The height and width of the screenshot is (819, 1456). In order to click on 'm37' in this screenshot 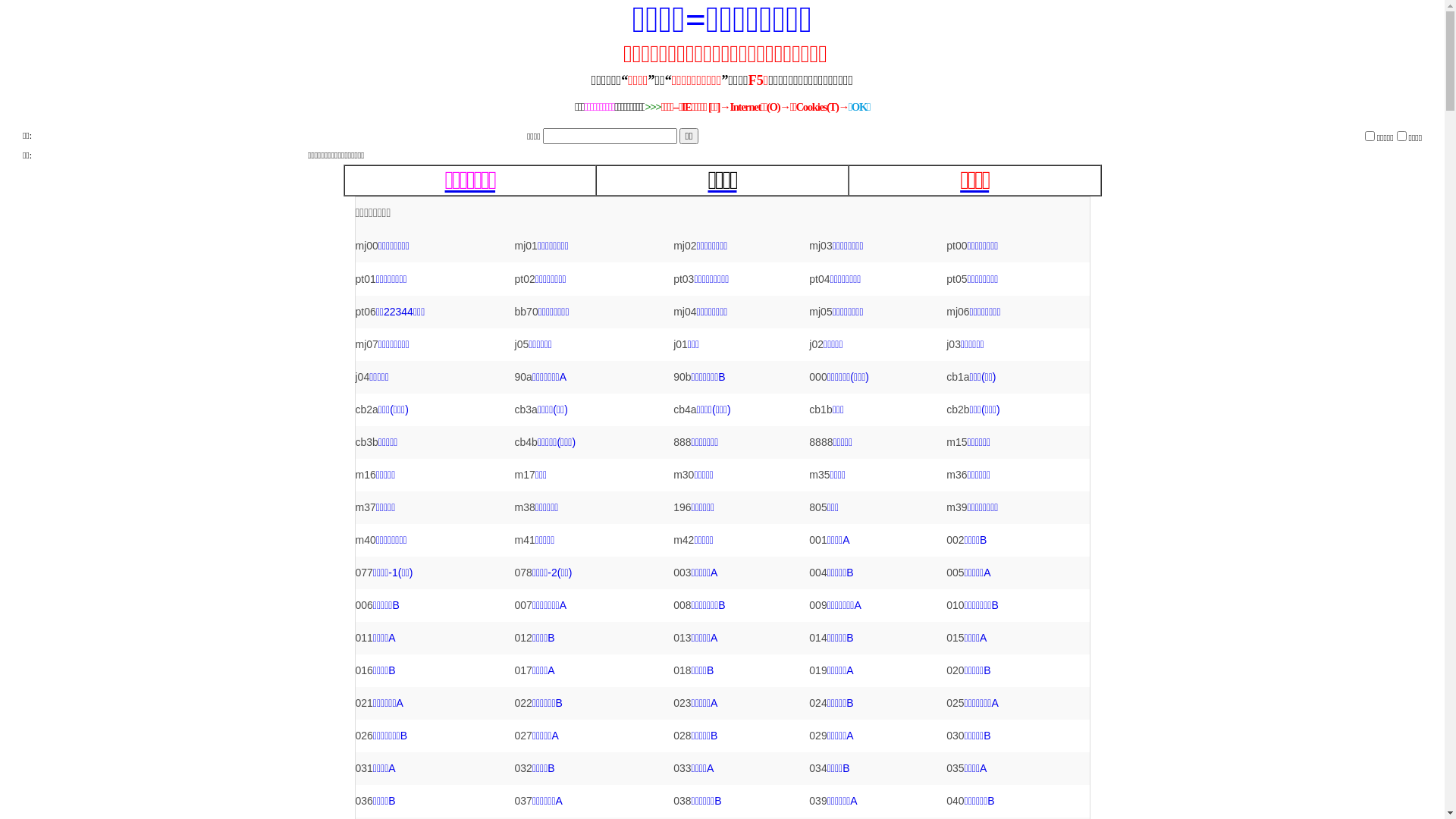, I will do `click(365, 507)`.